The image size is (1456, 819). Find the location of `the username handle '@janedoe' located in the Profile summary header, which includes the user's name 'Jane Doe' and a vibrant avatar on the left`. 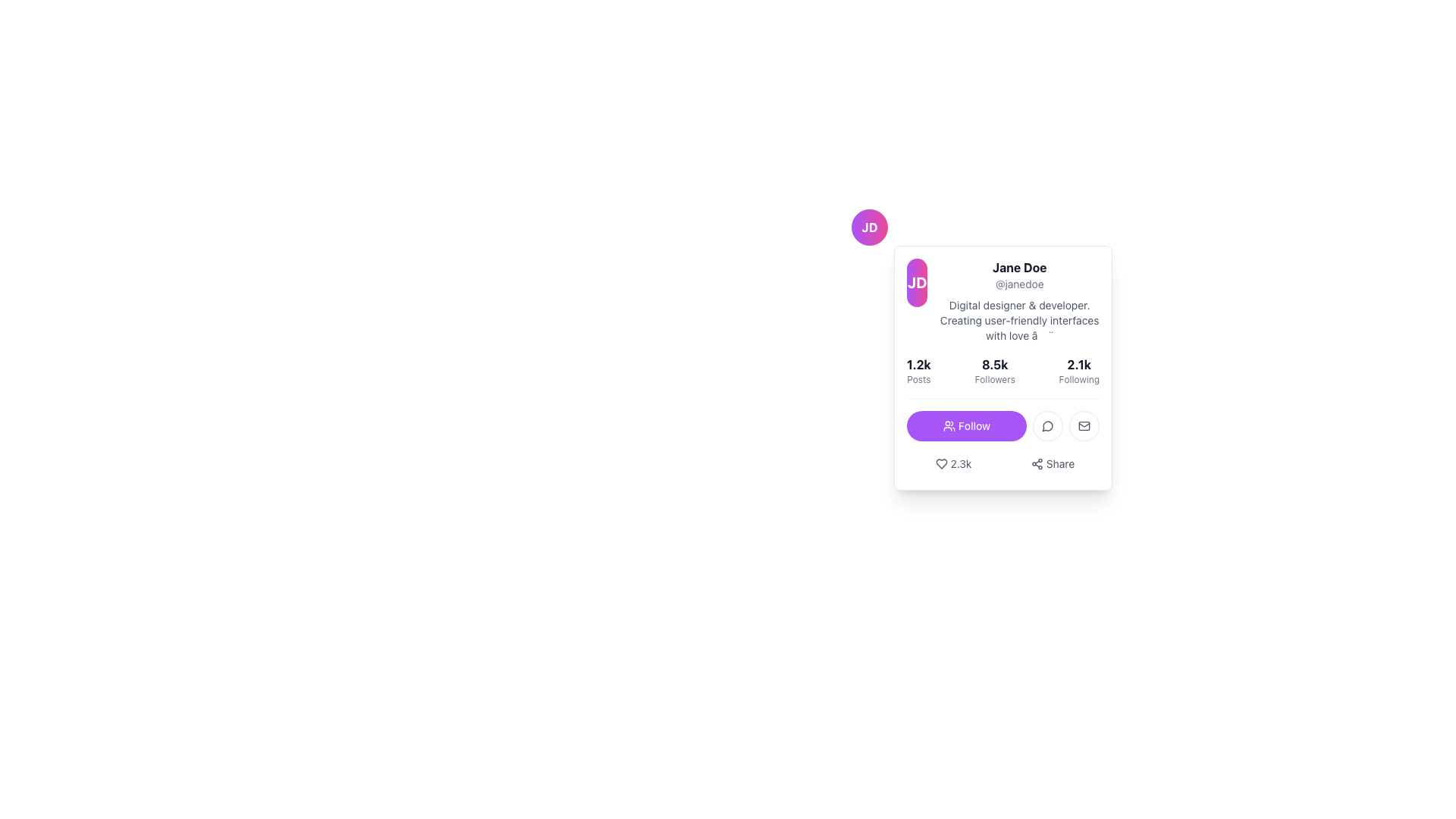

the username handle '@janedoe' located in the Profile summary header, which includes the user's name 'Jane Doe' and a vibrant avatar on the left is located at coordinates (1003, 301).